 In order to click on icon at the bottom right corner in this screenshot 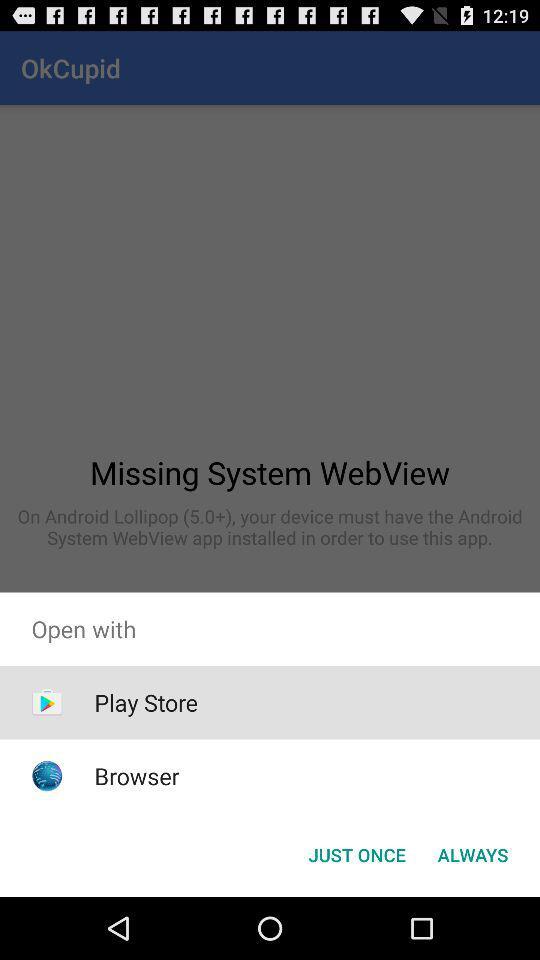, I will do `click(472, 853)`.